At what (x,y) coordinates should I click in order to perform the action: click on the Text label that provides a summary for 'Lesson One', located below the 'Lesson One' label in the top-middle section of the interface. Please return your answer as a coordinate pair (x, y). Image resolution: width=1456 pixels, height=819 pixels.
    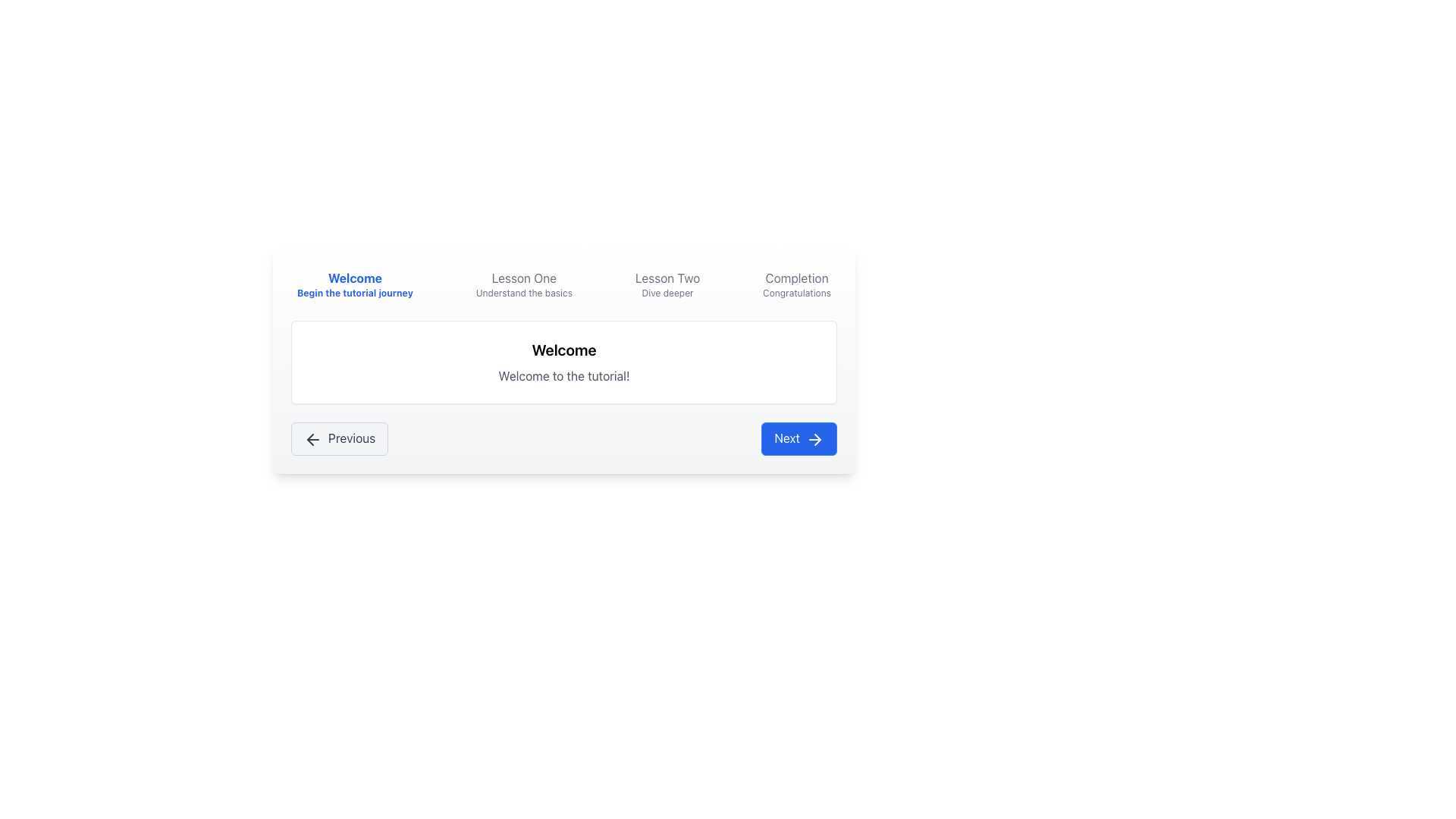
    Looking at the image, I should click on (524, 293).